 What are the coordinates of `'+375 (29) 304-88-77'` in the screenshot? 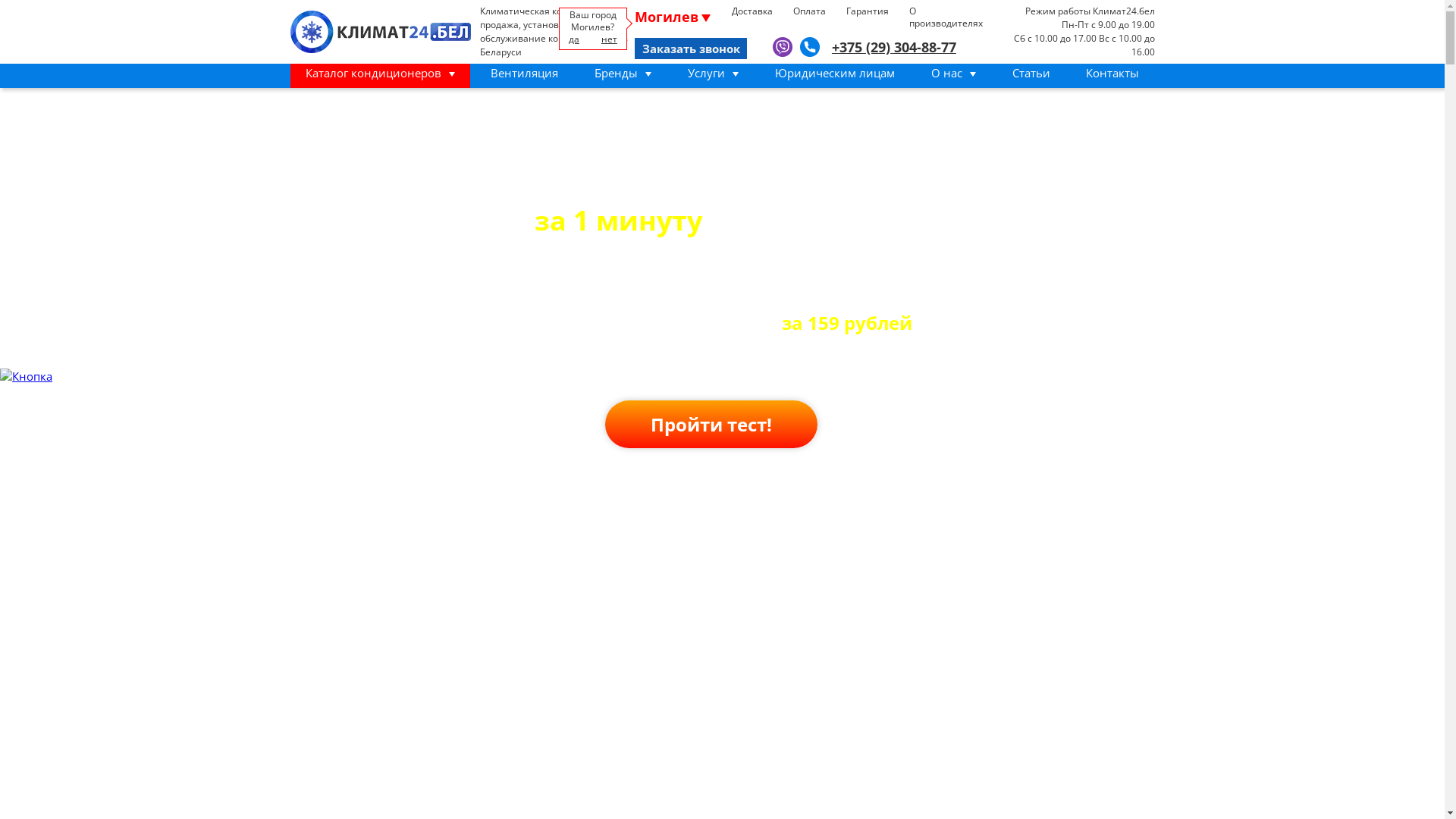 It's located at (894, 46).